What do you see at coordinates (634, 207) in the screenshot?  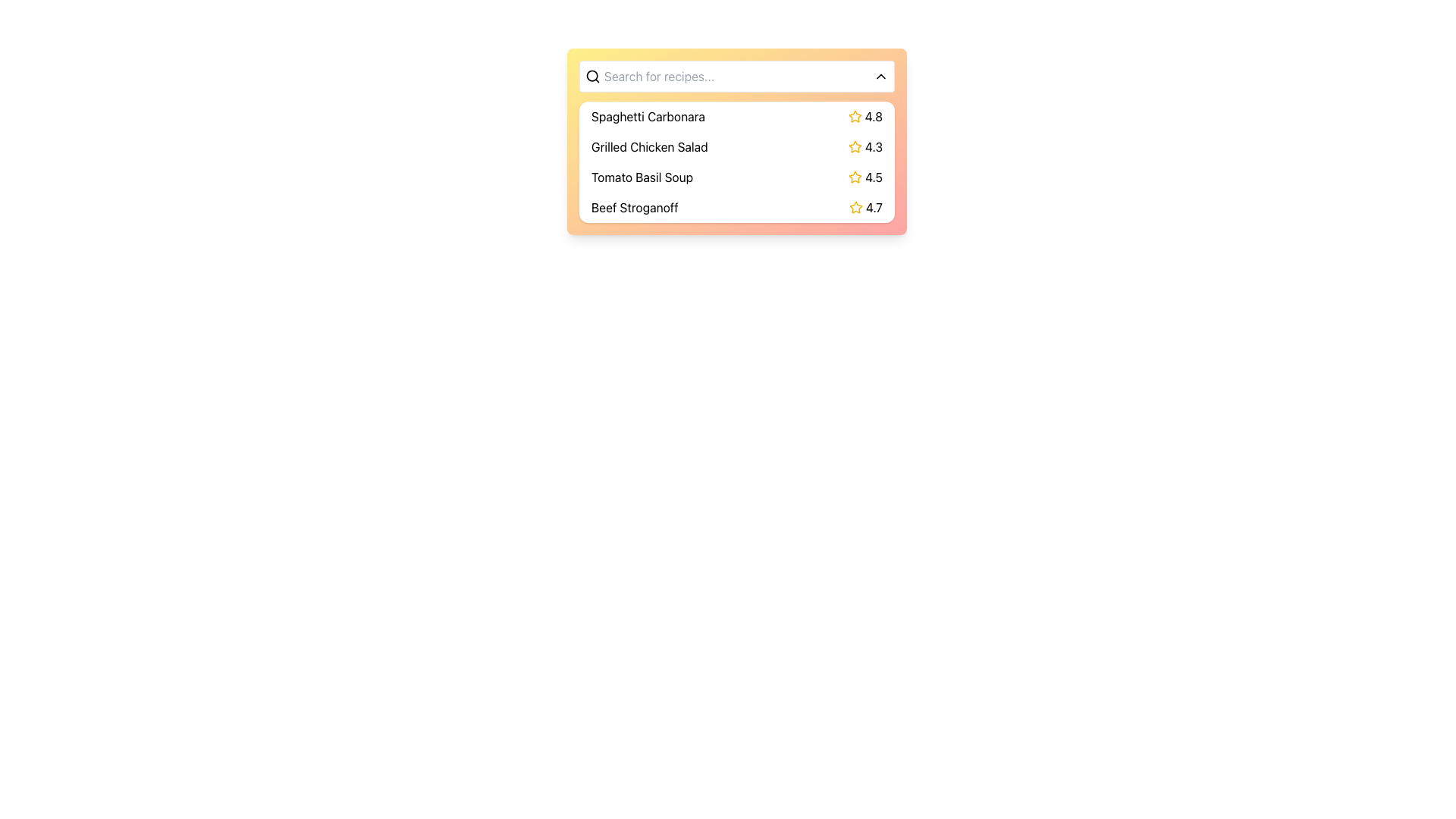 I see `the 'Beef Stroganoff' text label in the recipe search dropdown menu` at bounding box center [634, 207].